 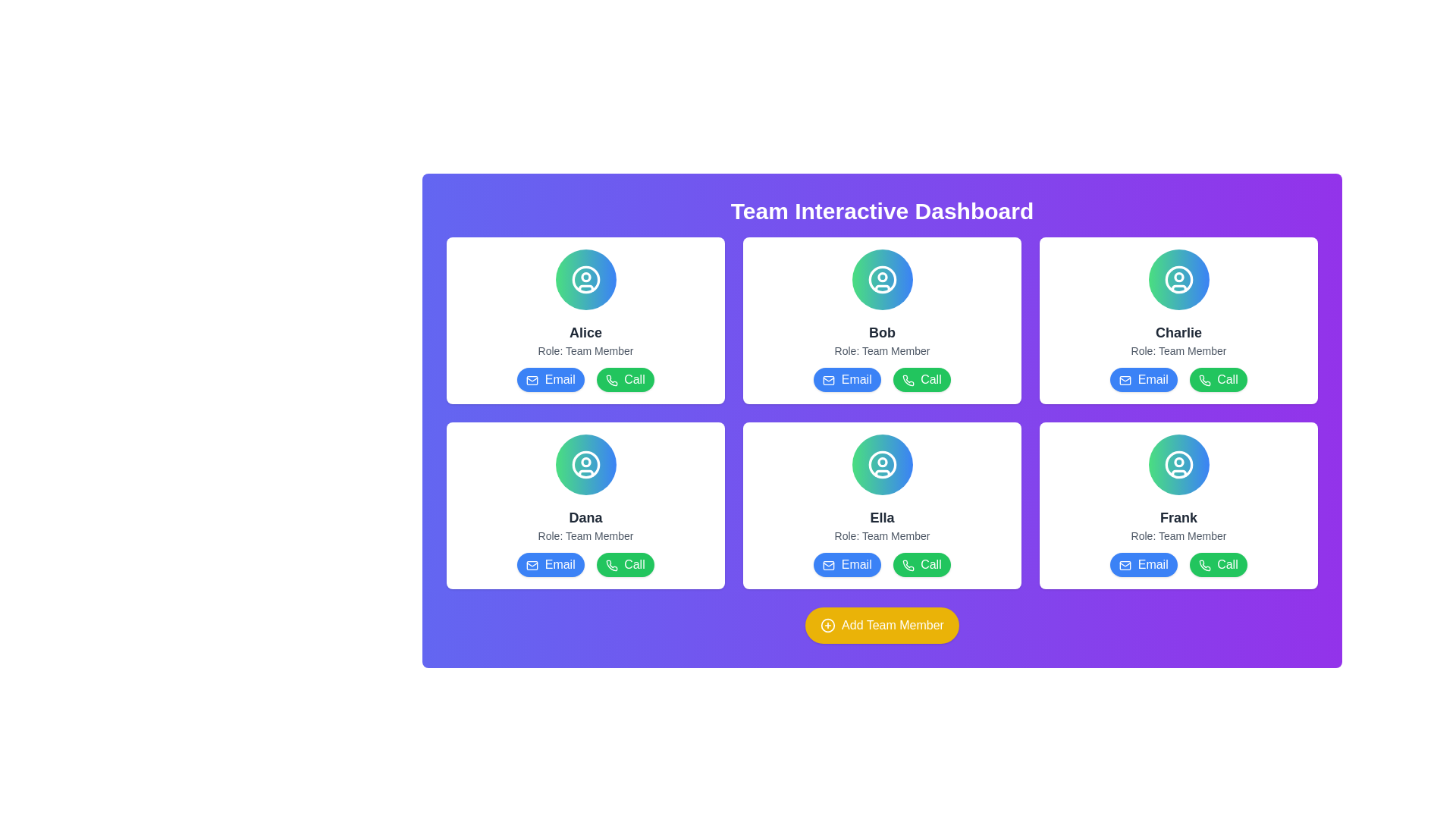 What do you see at coordinates (585, 472) in the screenshot?
I see `the decorative graphical line within the user profile SVG icon representing the user named 'Dana' in the bottom-left position of the displayed cards` at bounding box center [585, 472].